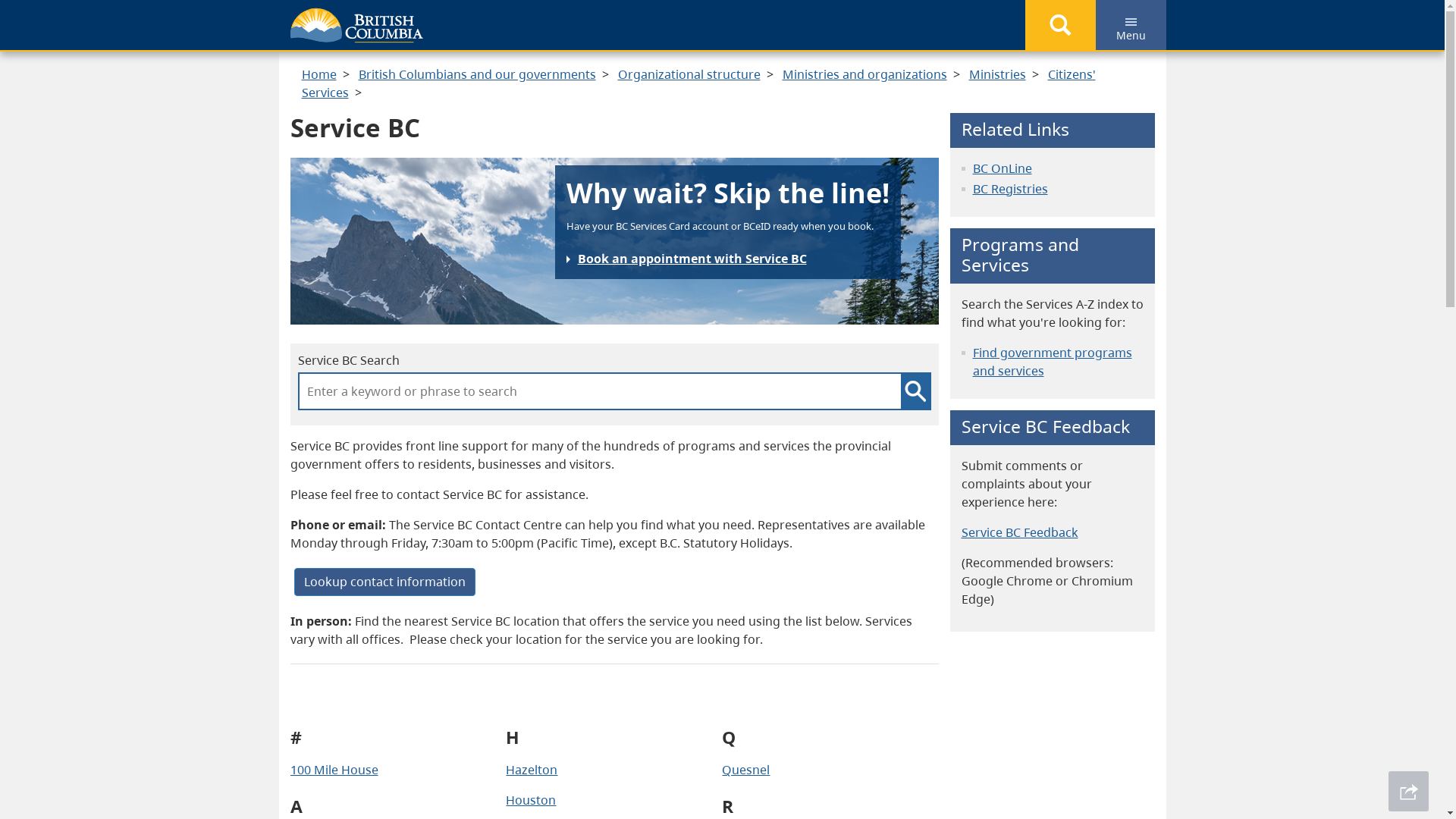 This screenshot has height=819, width=1456. I want to click on 'Service BC Feedback', so click(1019, 532).